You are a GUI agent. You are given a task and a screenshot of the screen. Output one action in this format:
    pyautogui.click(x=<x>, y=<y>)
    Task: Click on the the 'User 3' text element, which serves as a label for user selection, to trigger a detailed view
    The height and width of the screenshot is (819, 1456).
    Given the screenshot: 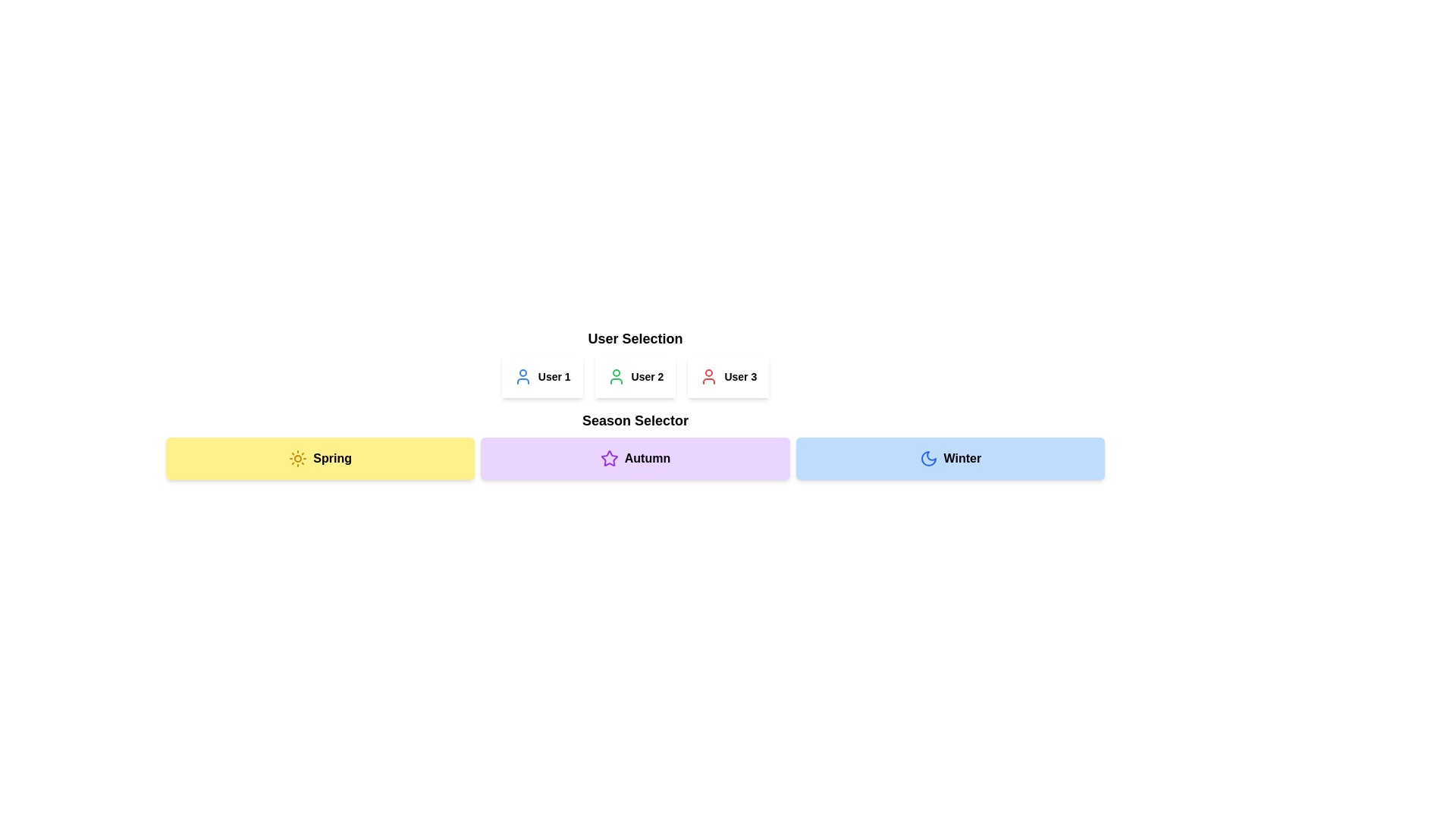 What is the action you would take?
    pyautogui.click(x=740, y=376)
    